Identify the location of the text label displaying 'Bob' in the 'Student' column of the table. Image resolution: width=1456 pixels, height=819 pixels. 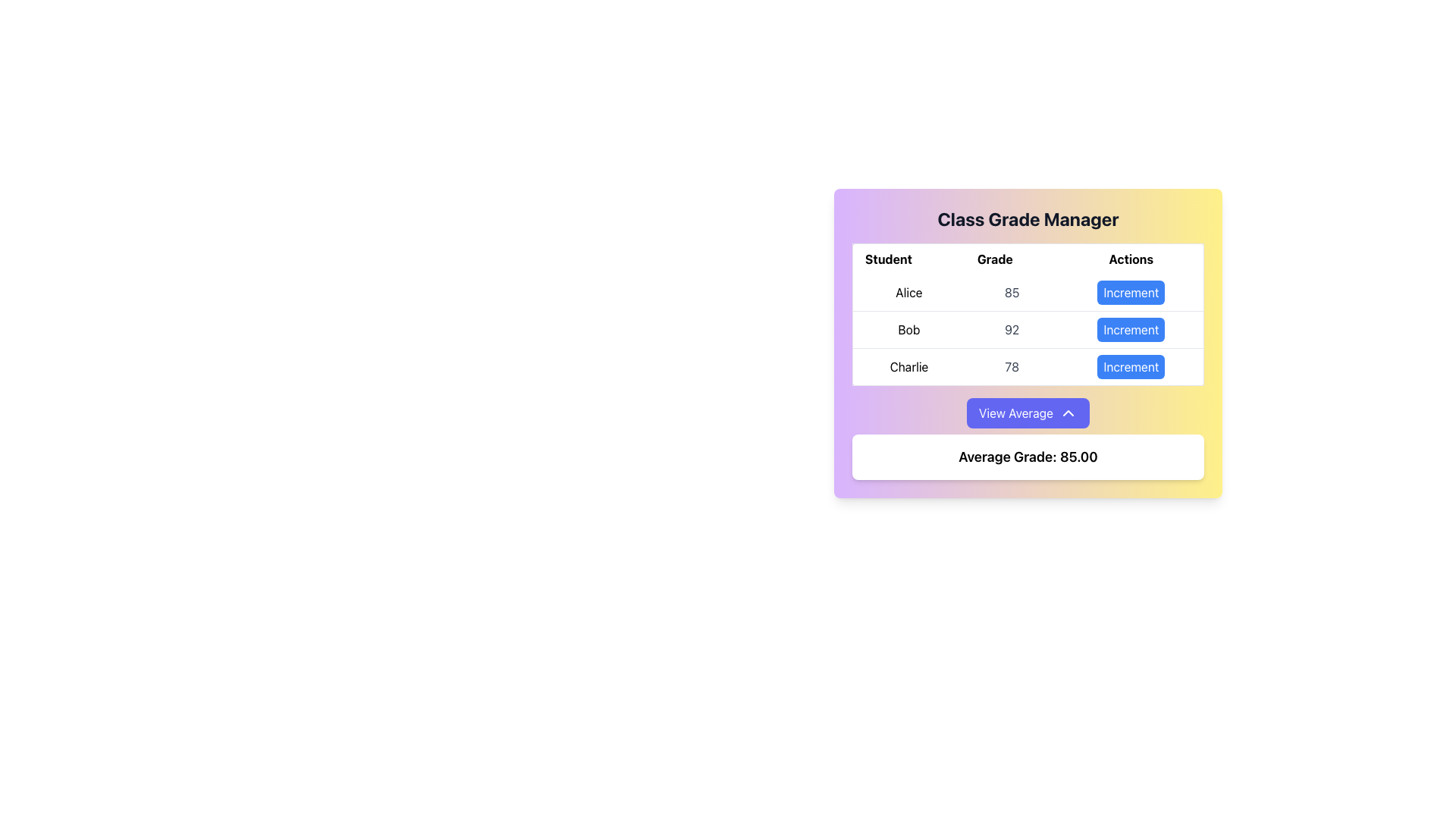
(908, 329).